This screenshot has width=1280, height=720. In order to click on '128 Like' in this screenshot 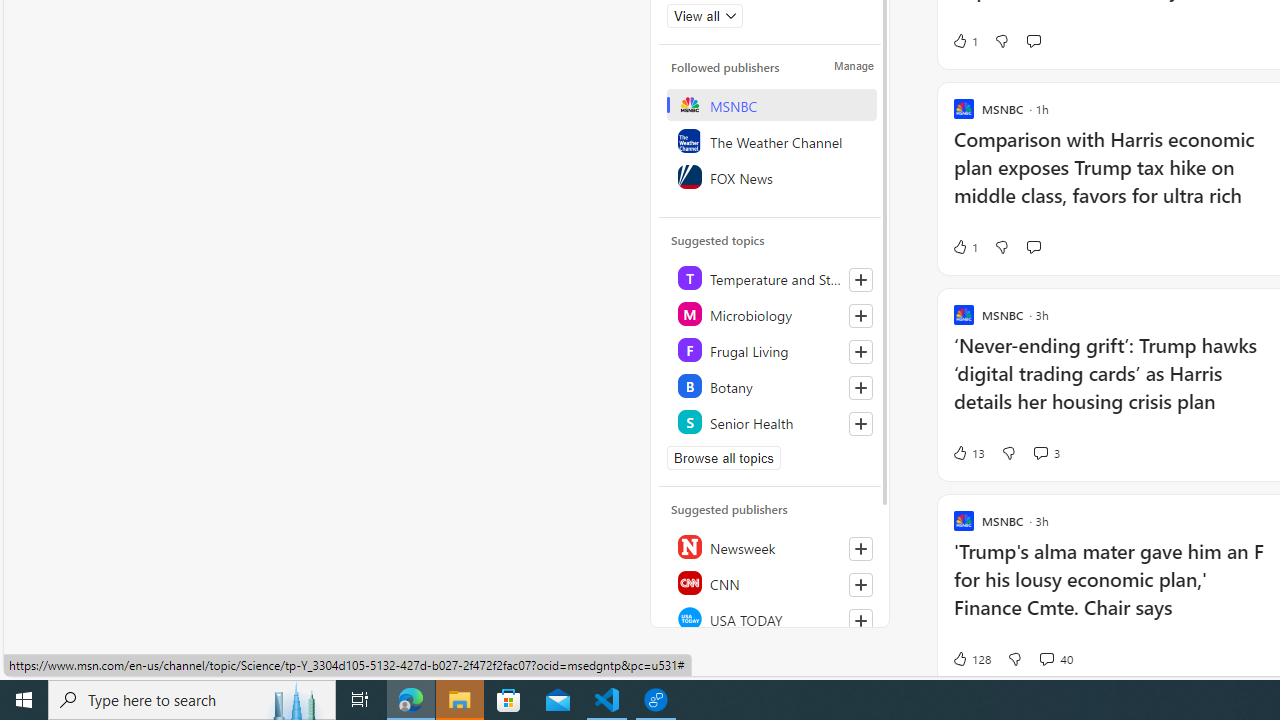, I will do `click(970, 659)`.